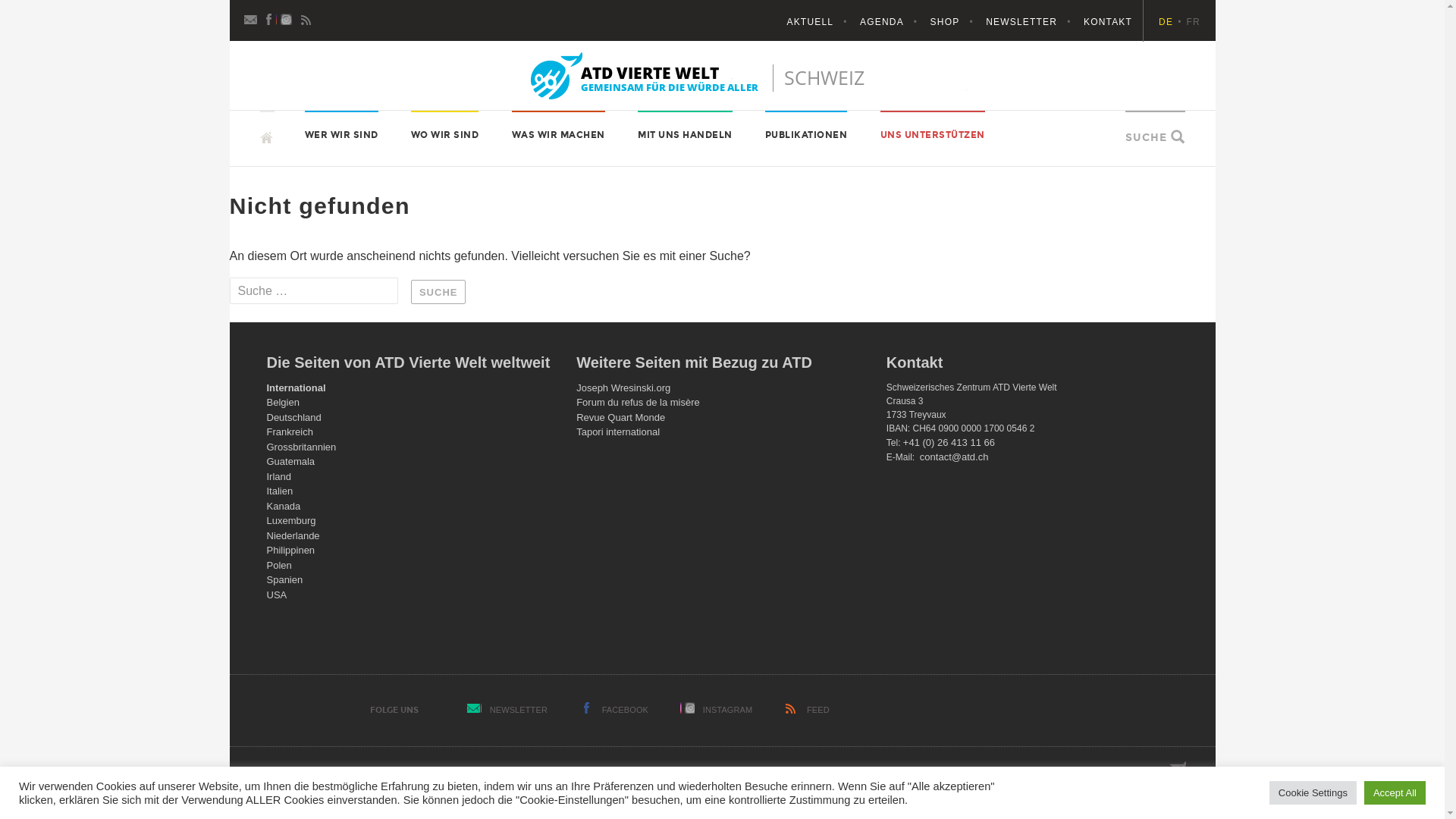 This screenshot has width=1456, height=819. I want to click on 'Accept All', so click(1395, 792).